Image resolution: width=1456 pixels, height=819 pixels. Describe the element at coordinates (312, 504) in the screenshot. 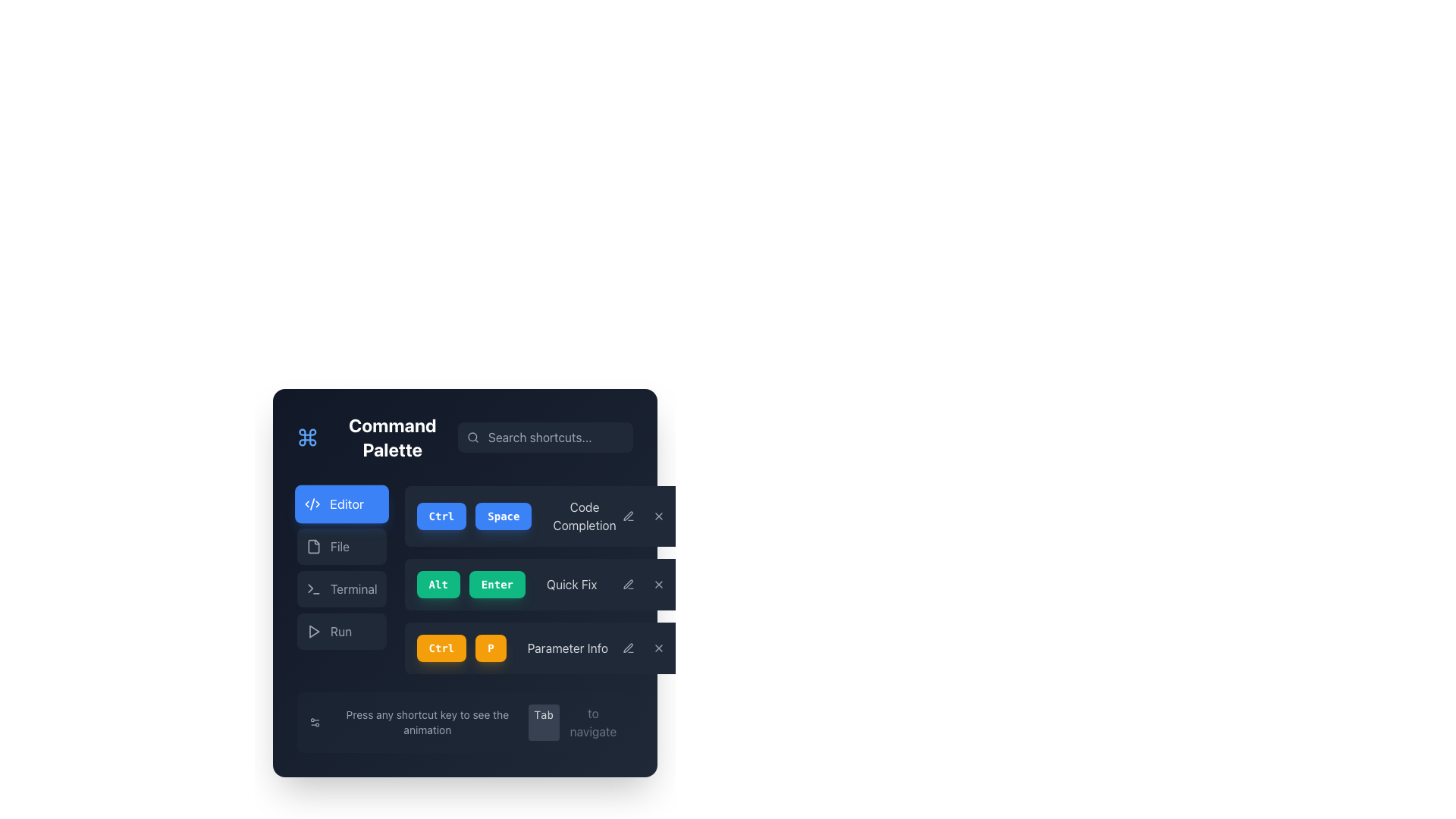

I see `the icon representing the software development editor located to the left of the 'Editor' text label in the command palette` at that location.